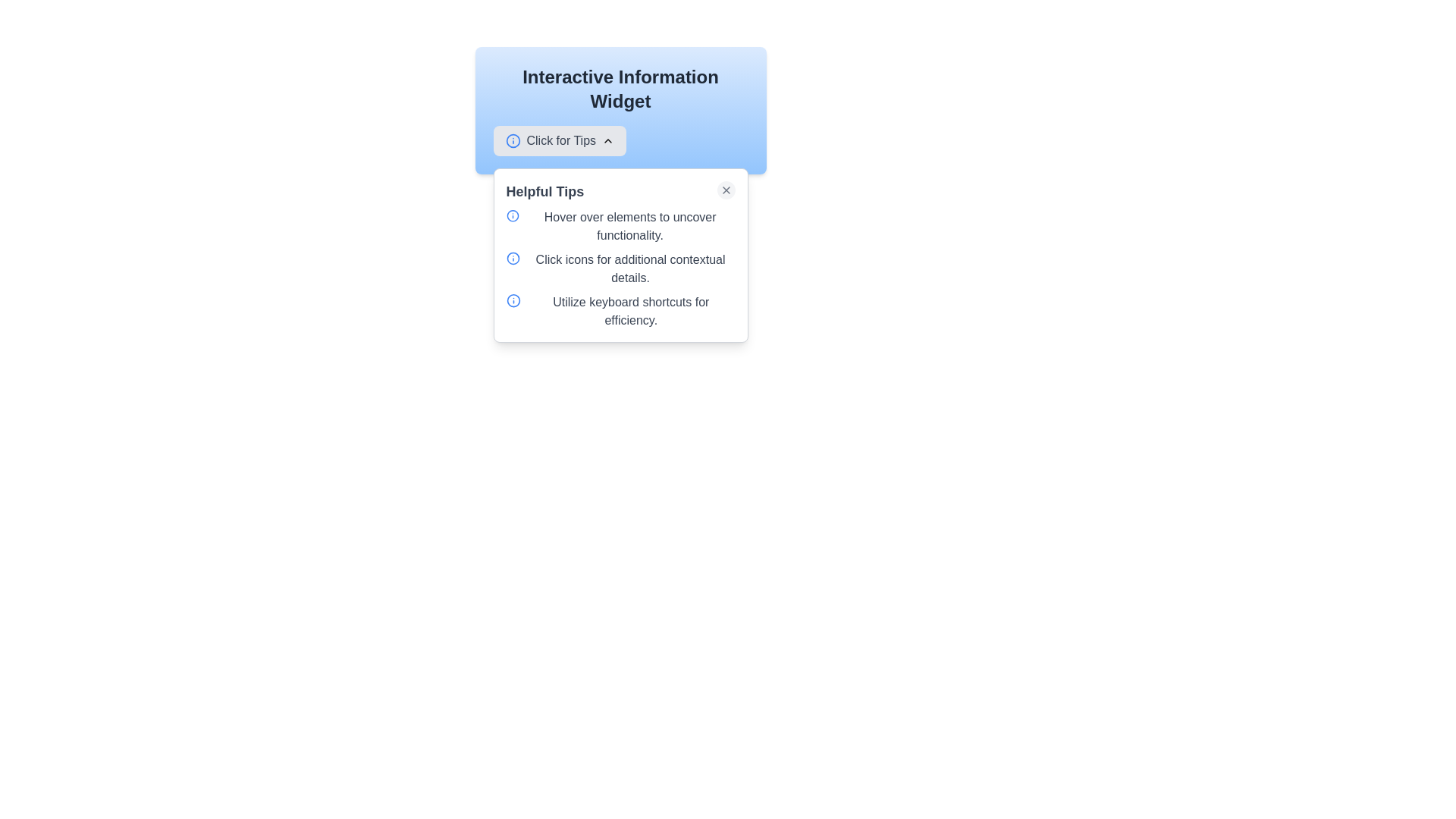  What do you see at coordinates (620, 268) in the screenshot?
I see `text block beneath the heading 'Helpful Tips' that contains the informational icon and the text 'Click icons for additional contextual details.'` at bounding box center [620, 268].